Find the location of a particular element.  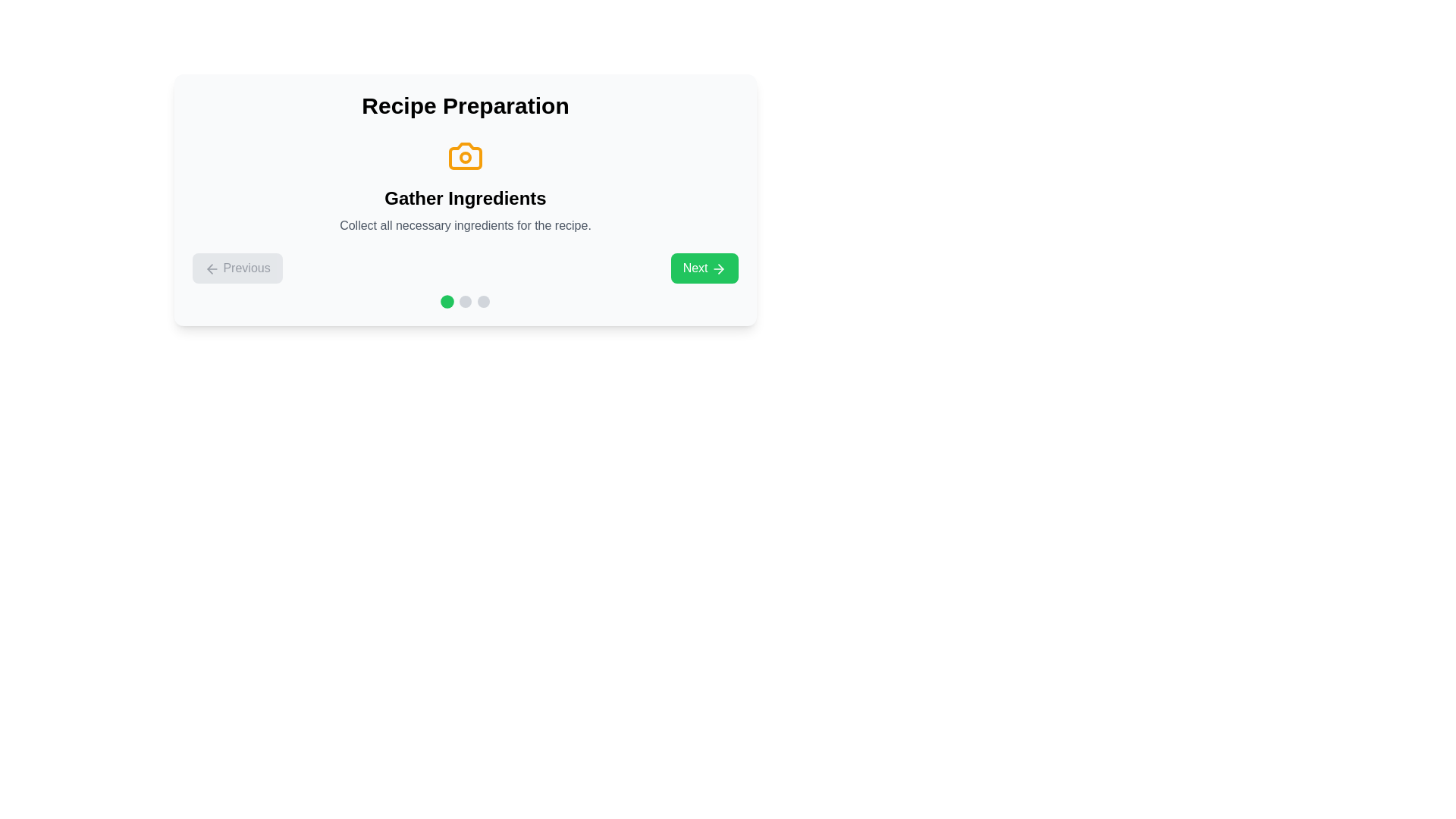

the camera icon representing photography actions, located at the center of the main card above the 'Gather Ingredients' text and beneath the 'Recipe Preparation' title is located at coordinates (465, 155).